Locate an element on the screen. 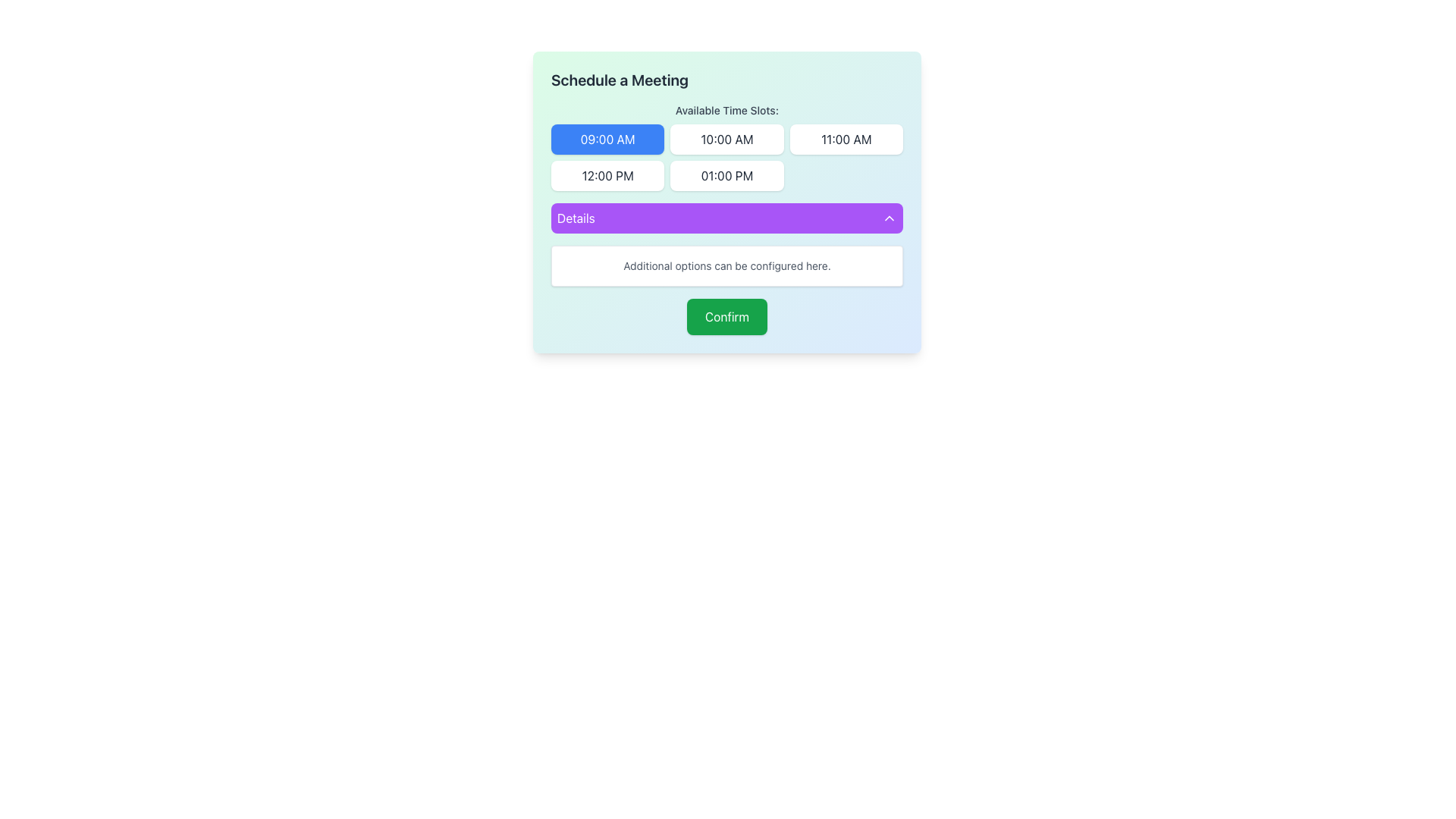  the button for the '11:00 AM' time slot to schedule a meeting is located at coordinates (846, 140).